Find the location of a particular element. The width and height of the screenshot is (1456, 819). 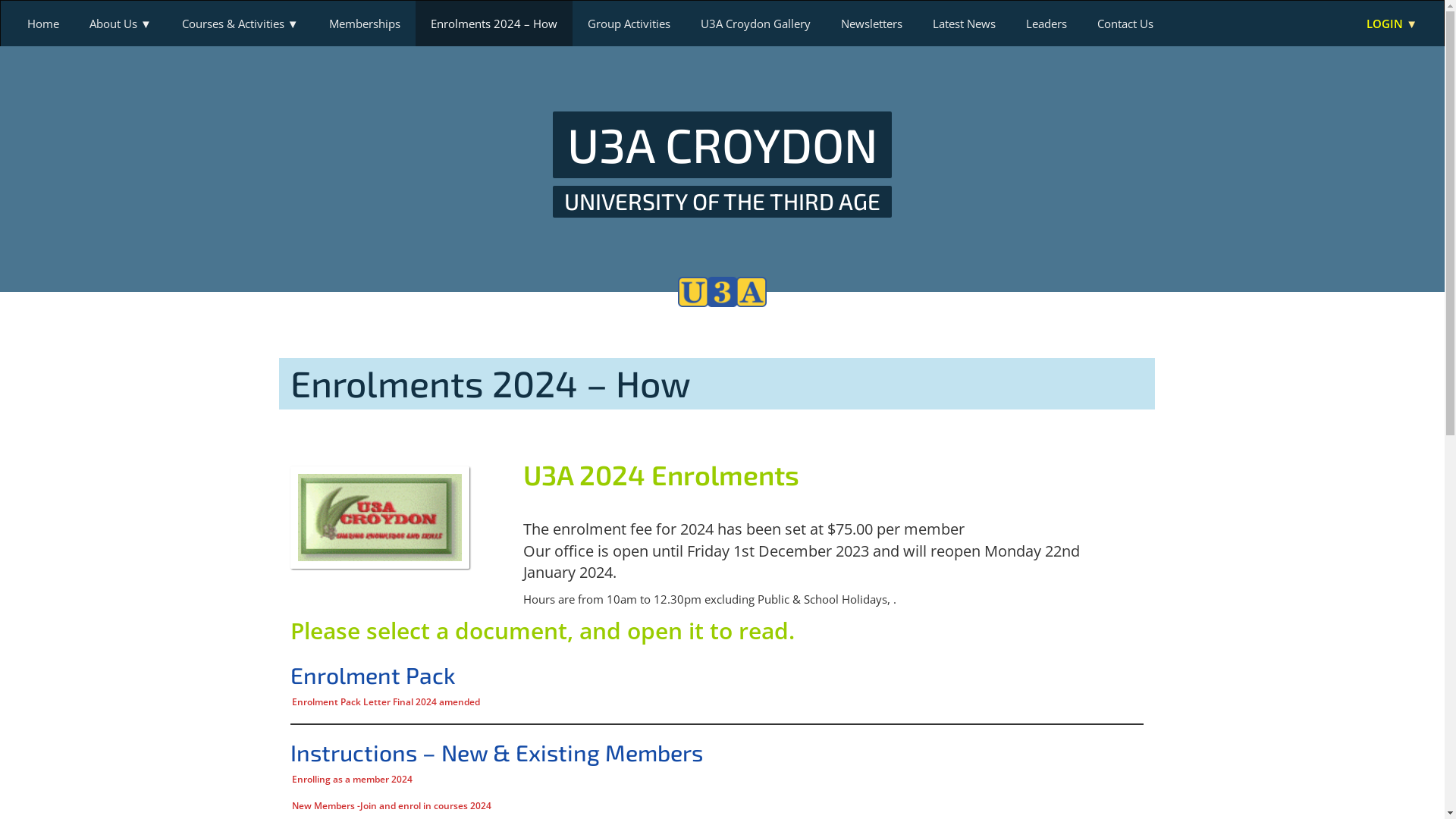

'Group Activities' is located at coordinates (571, 23).